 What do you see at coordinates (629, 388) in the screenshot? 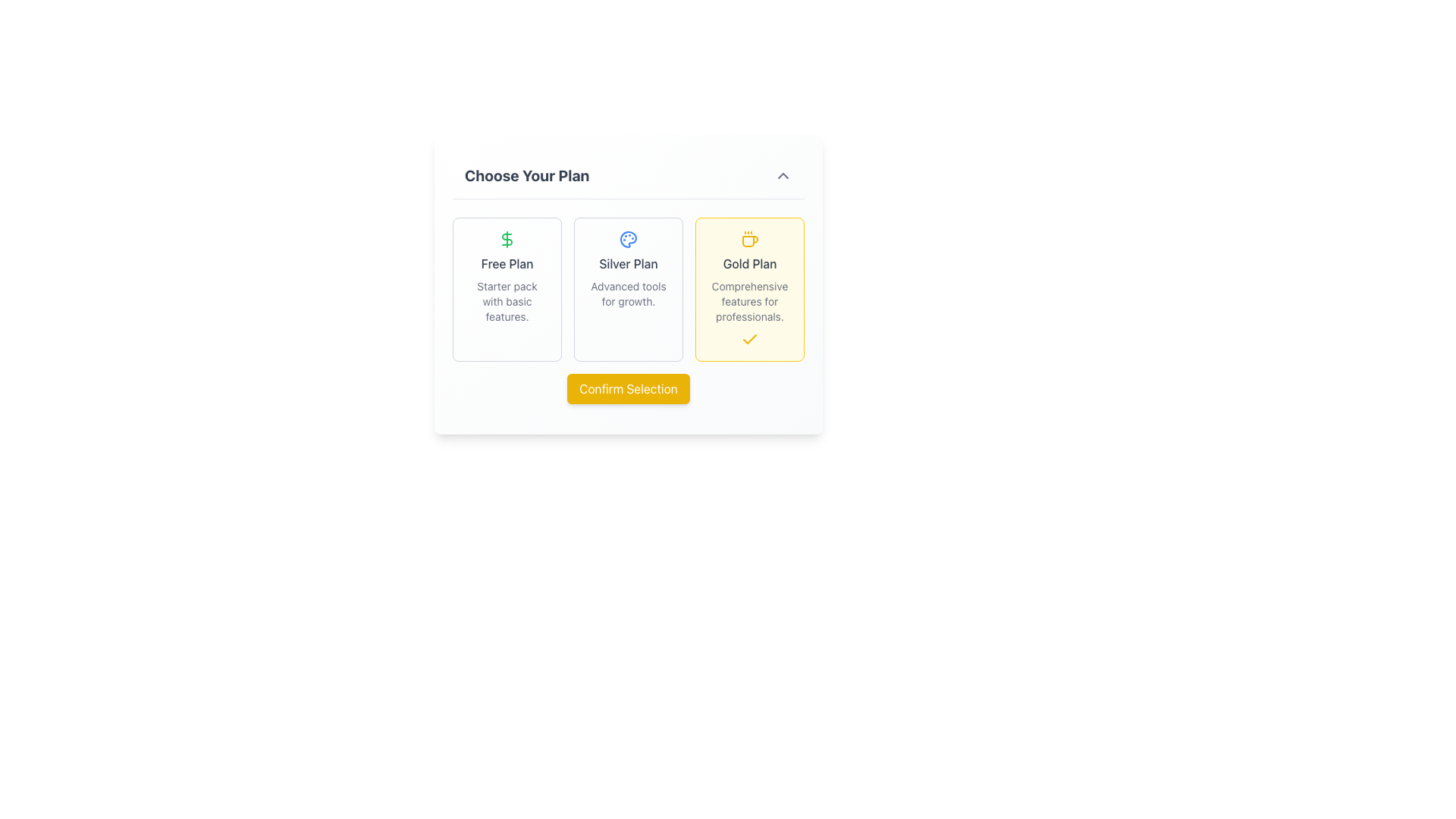
I see `the confirmation button located at the bottom-middle section of the 'Choose Your Plan' panel to confirm the selection of a subscription or plan` at bounding box center [629, 388].